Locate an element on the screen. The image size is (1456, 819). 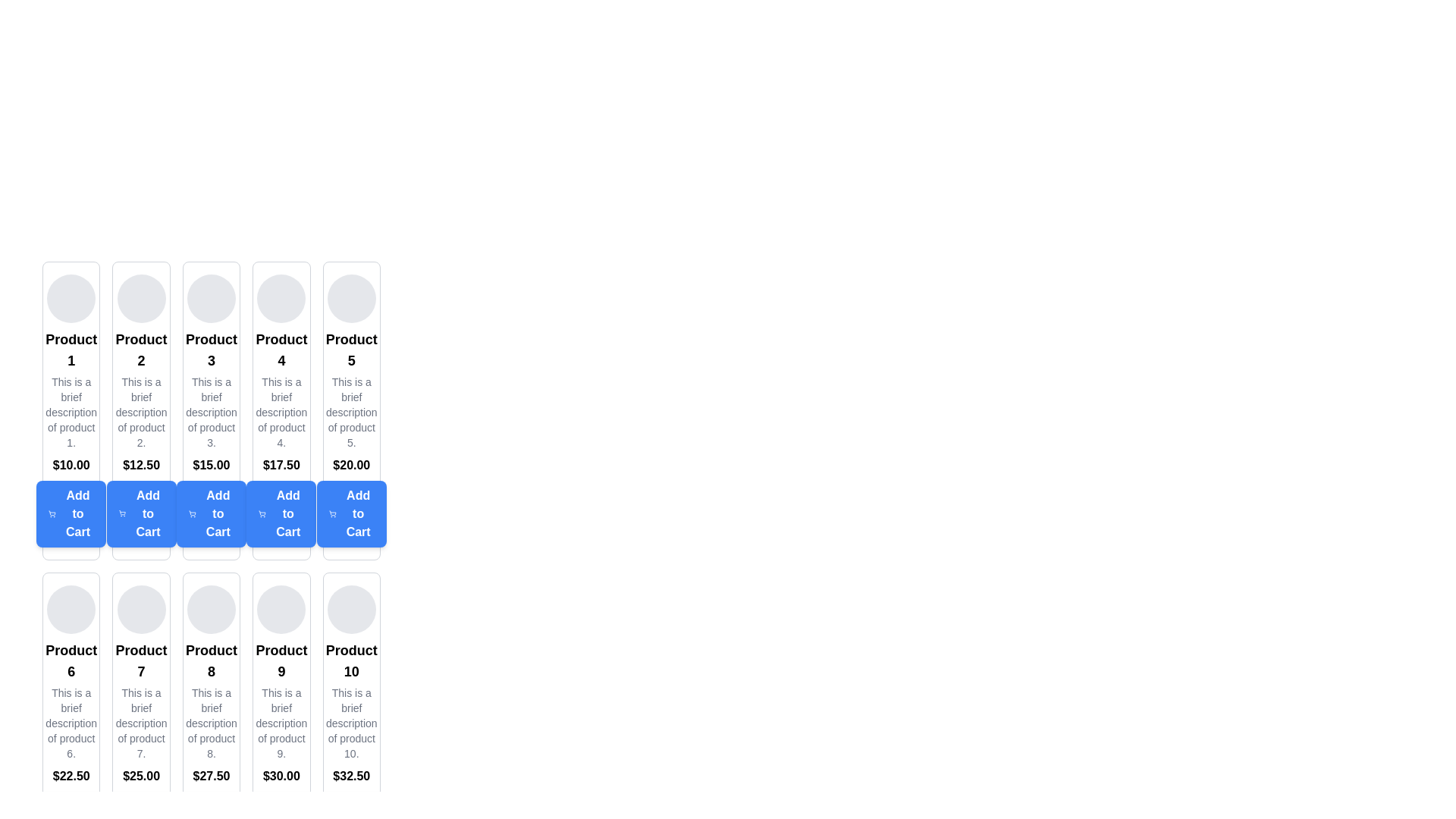
the button for 'Product 4' located below the price label '$17.50' is located at coordinates (281, 513).